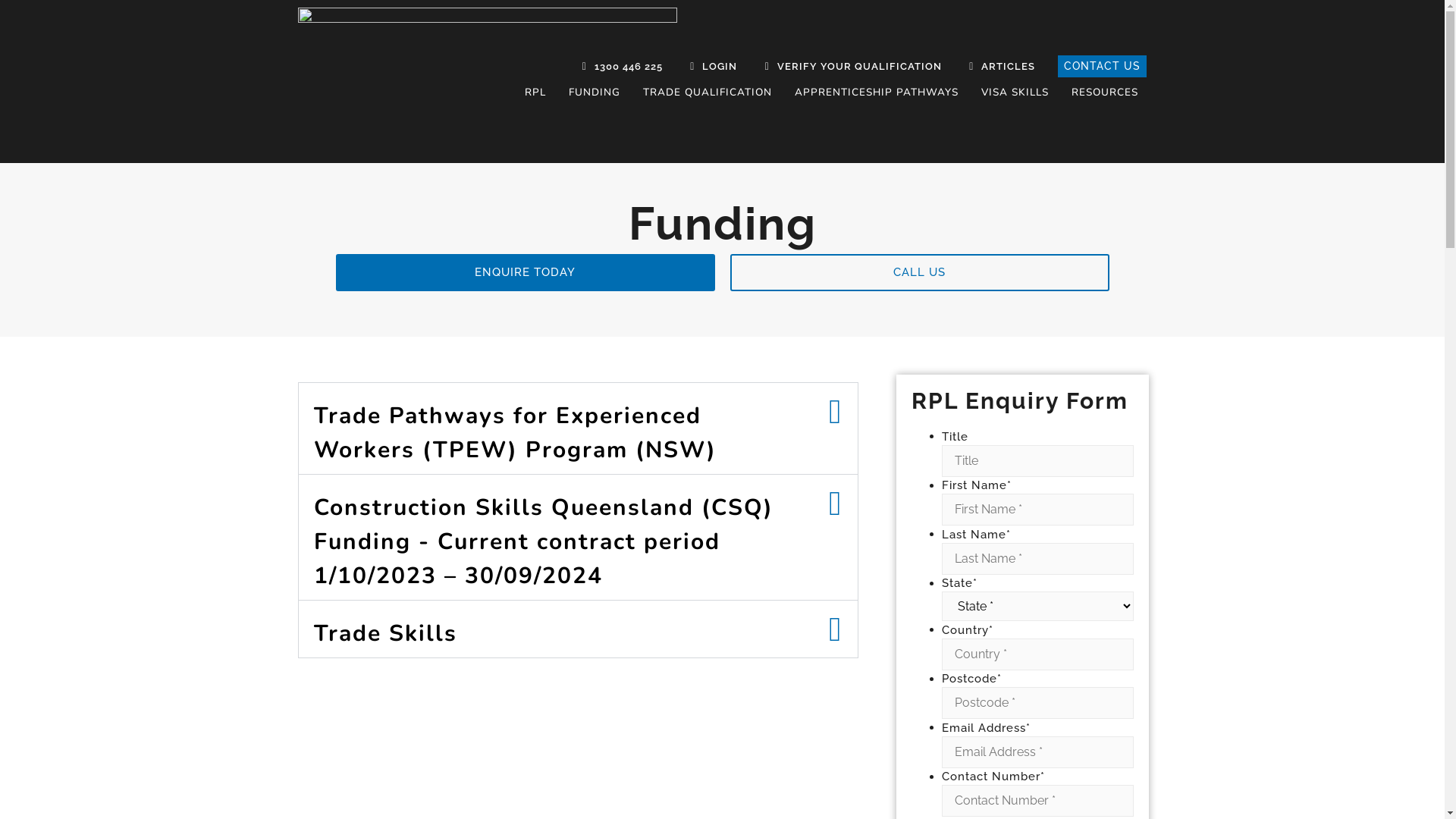 This screenshot has height=819, width=1456. Describe the element at coordinates (998, 66) in the screenshot. I see `'ARTICLES'` at that location.